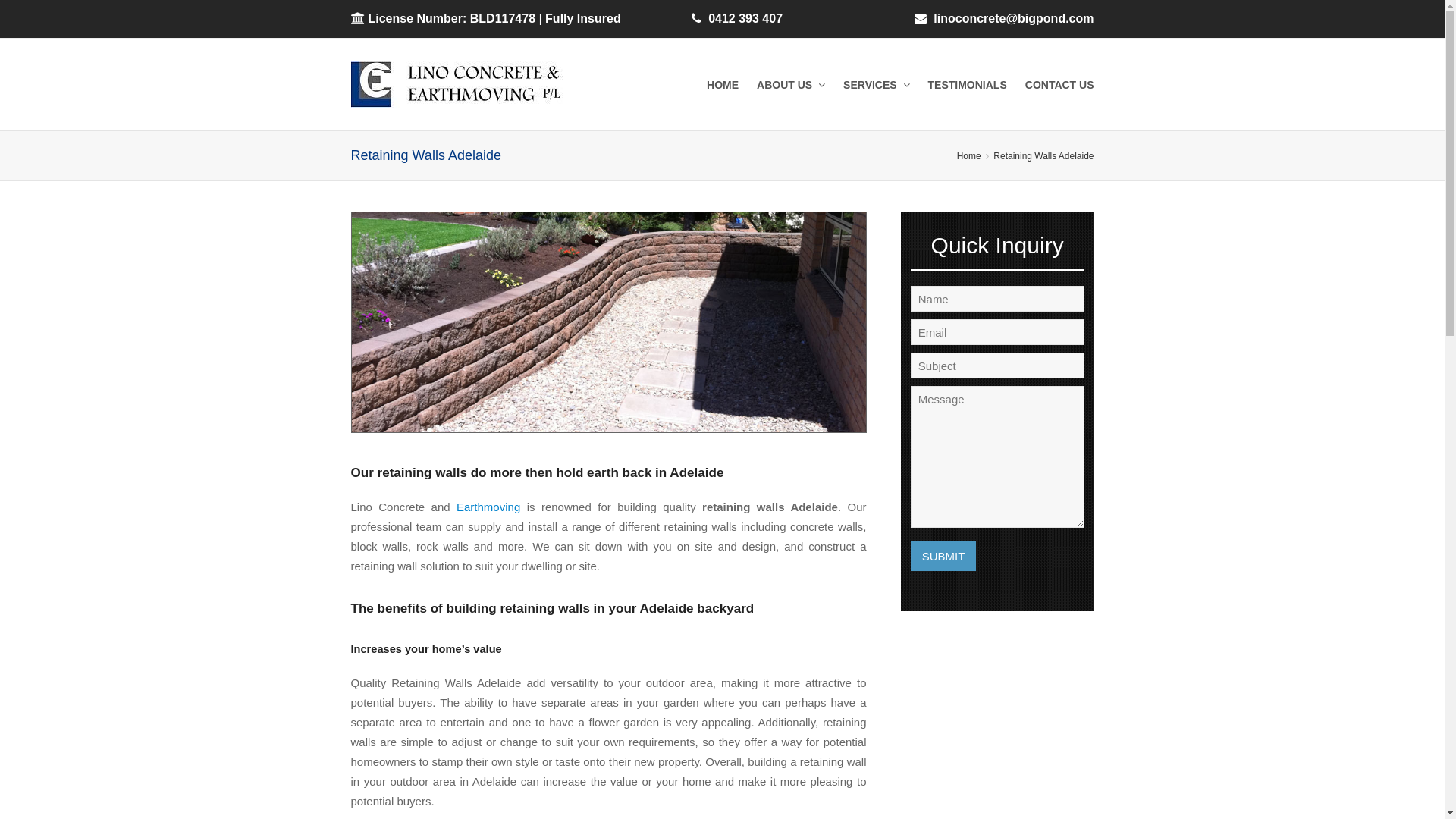  Describe the element at coordinates (455, 507) in the screenshot. I see `'Earthmoving'` at that location.